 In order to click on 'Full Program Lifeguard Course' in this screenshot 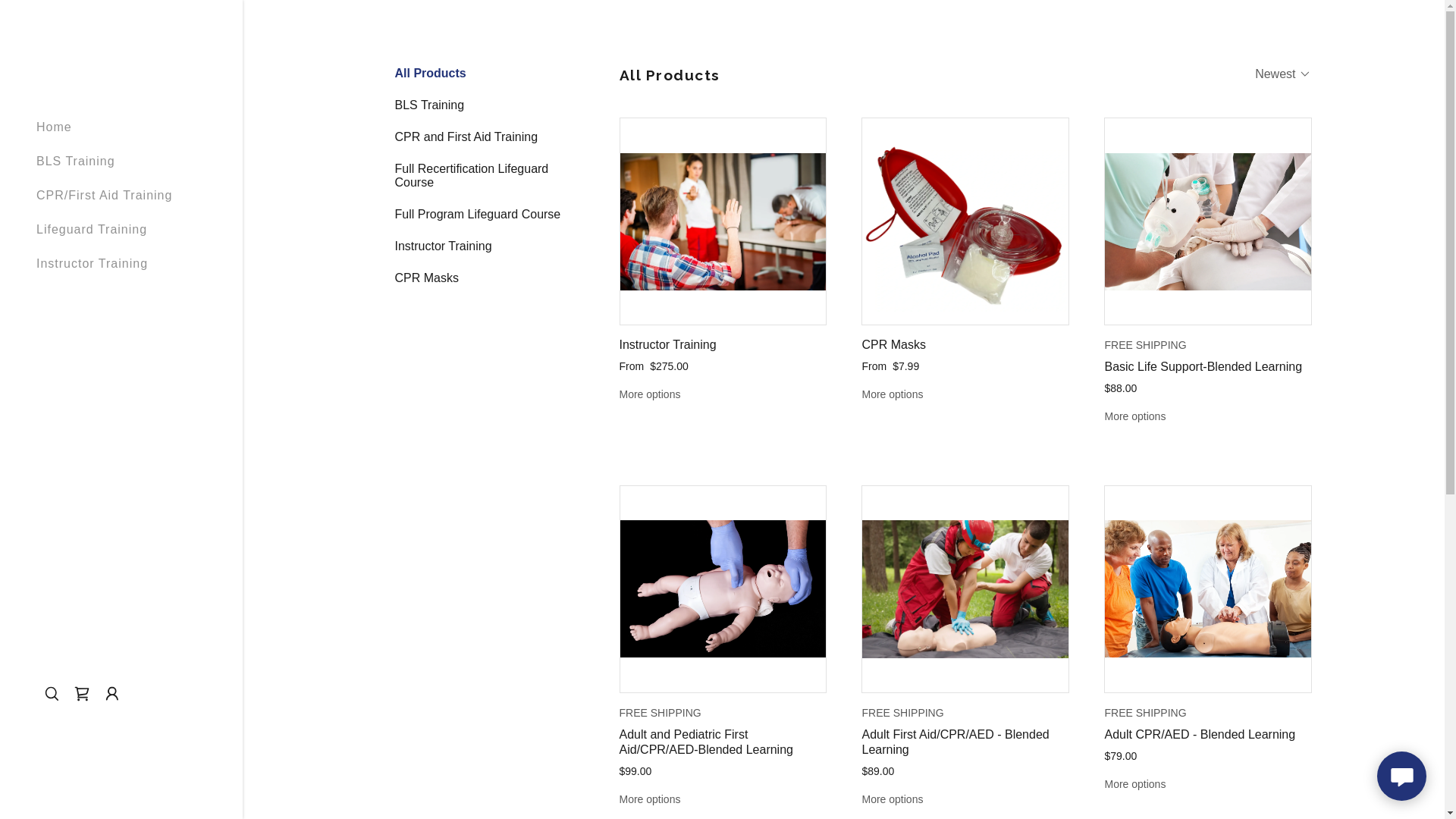, I will do `click(479, 214)`.